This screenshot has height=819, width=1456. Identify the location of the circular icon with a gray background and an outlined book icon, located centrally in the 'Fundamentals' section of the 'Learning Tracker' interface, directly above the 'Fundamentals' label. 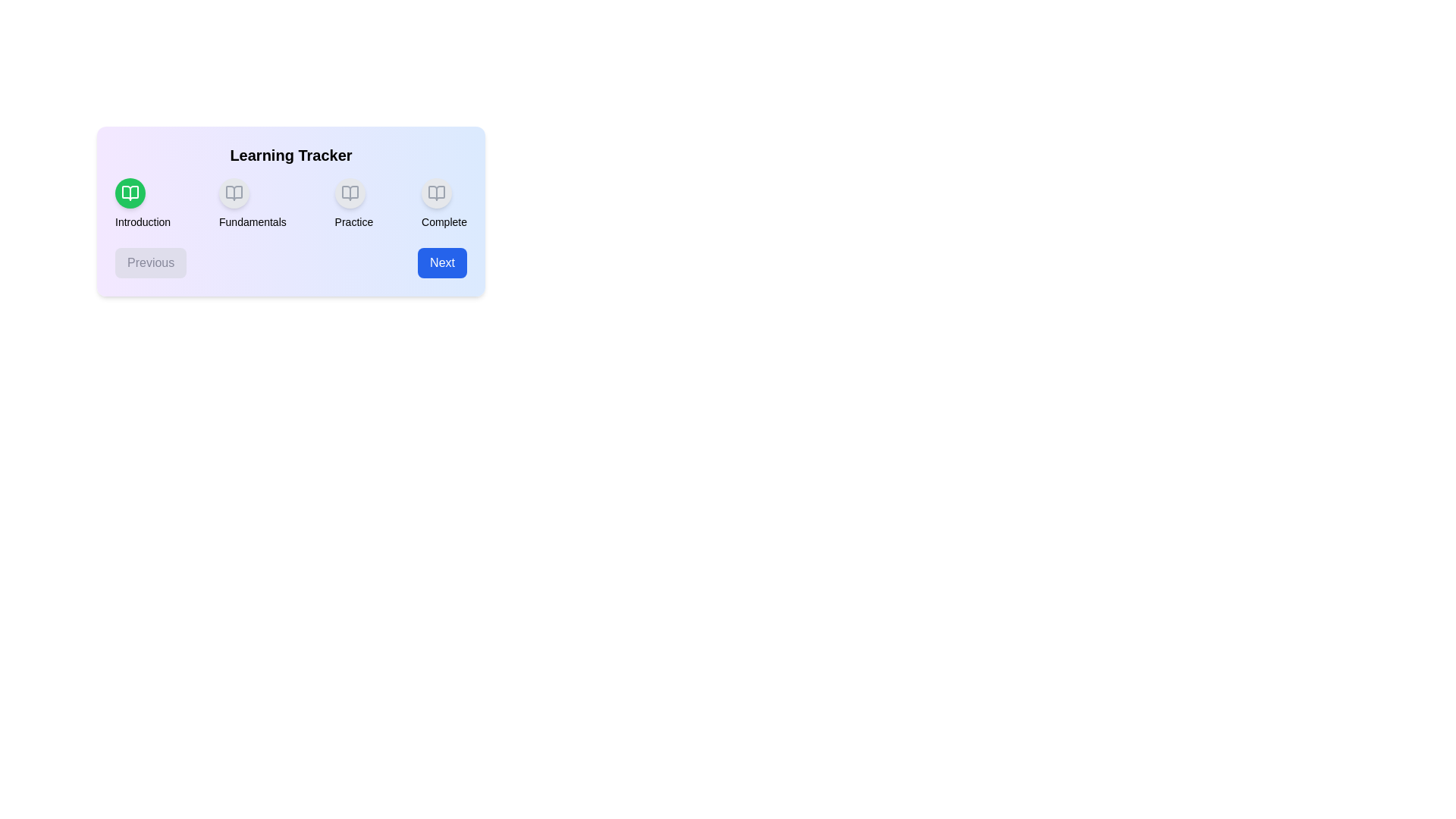
(234, 192).